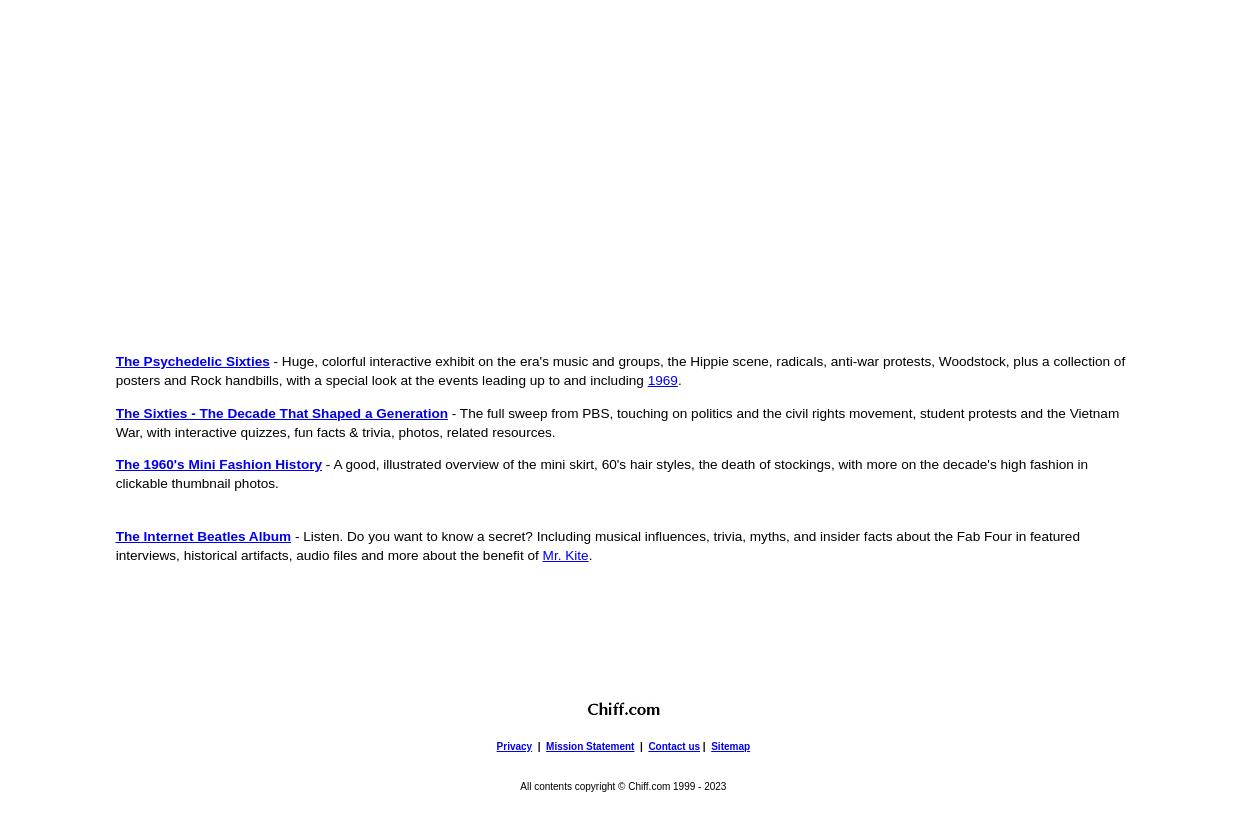 The width and height of the screenshot is (1250, 835). What do you see at coordinates (616, 421) in the screenshot?
I see `'- The full 
                sweep from PBS, touching on politics and the civil rights movement, 
                student protests and the Vietnam War, with interactive quizzes, 
                fun facts & trivia, photos, related resources.'` at bounding box center [616, 421].